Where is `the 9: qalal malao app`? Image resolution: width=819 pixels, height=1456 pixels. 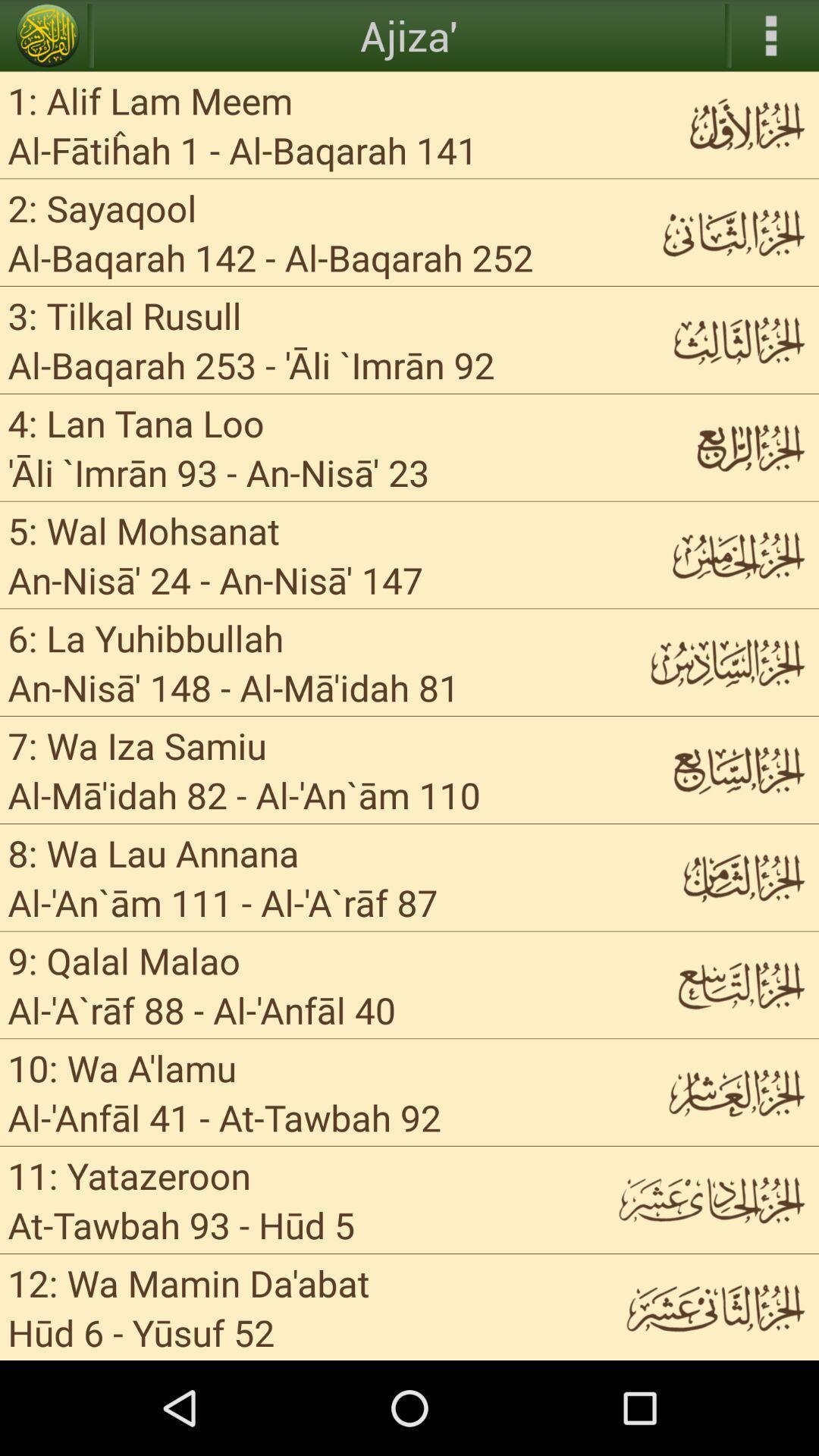 the 9: qalal malao app is located at coordinates (123, 959).